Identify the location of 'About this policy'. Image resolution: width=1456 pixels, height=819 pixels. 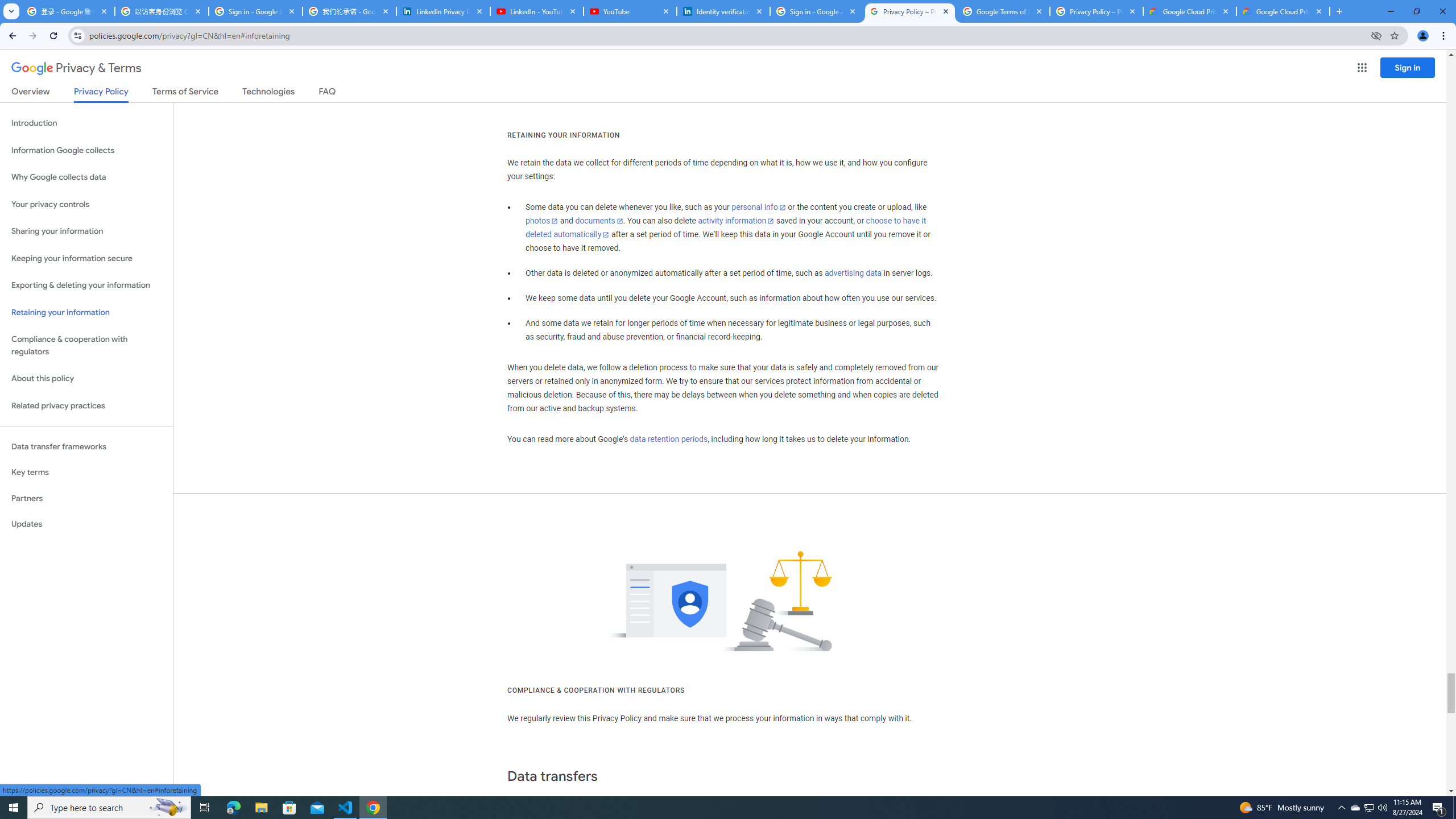
(86, 379).